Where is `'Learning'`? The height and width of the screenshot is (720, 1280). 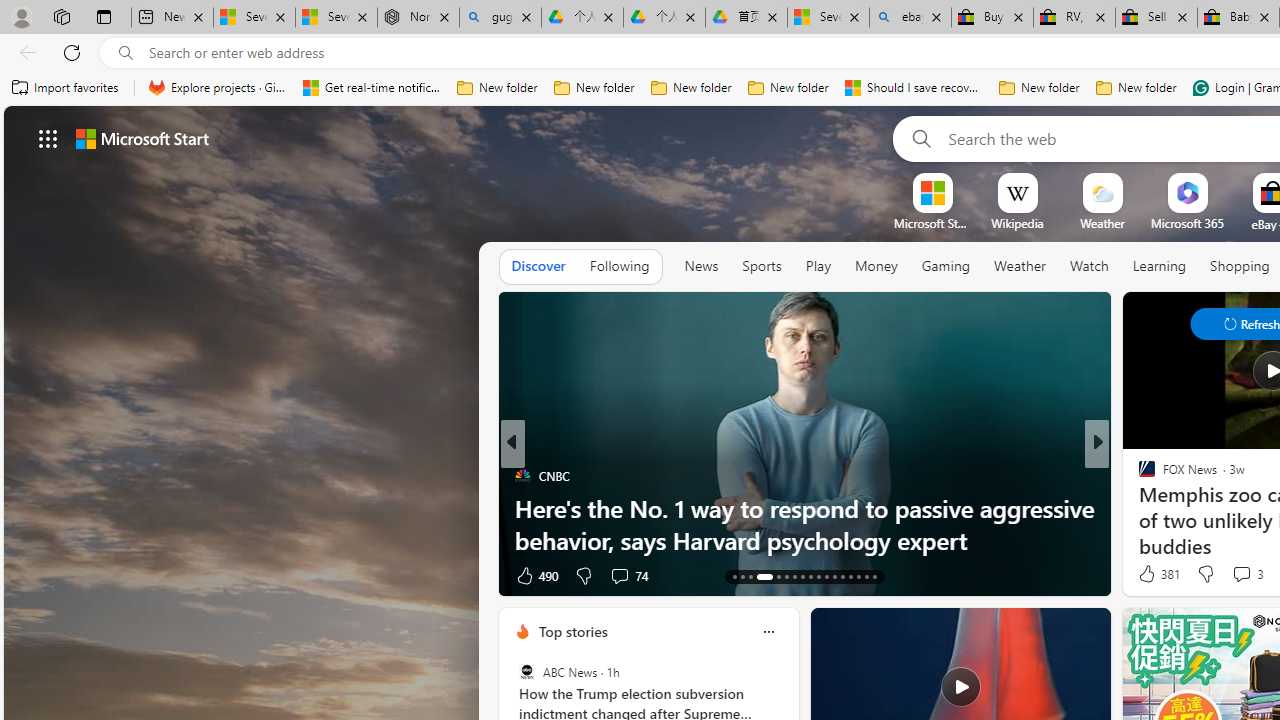
'Learning' is located at coordinates (1159, 266).